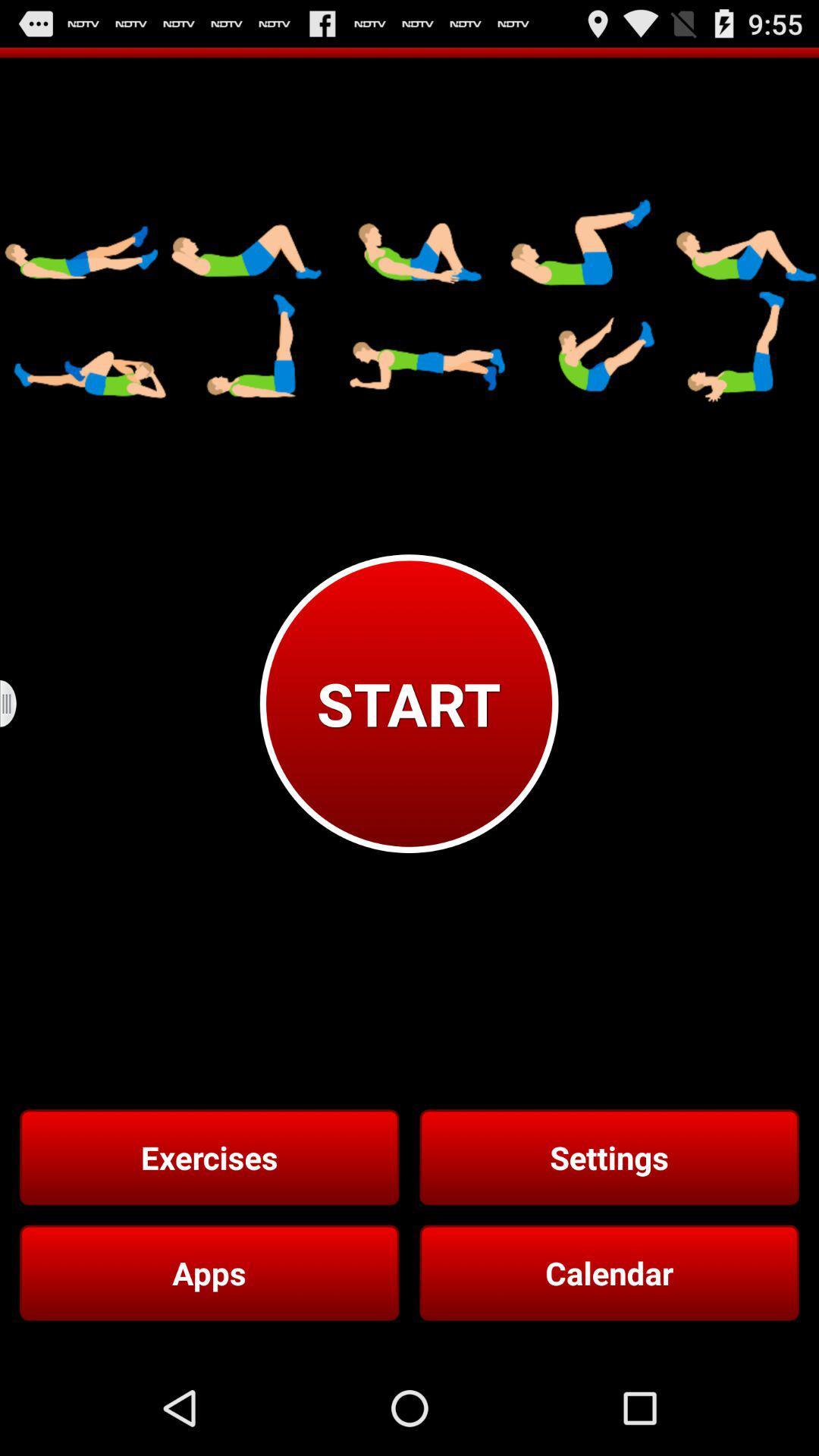 The height and width of the screenshot is (1456, 819). Describe the element at coordinates (209, 1272) in the screenshot. I see `the icon to the left of calendar item` at that location.